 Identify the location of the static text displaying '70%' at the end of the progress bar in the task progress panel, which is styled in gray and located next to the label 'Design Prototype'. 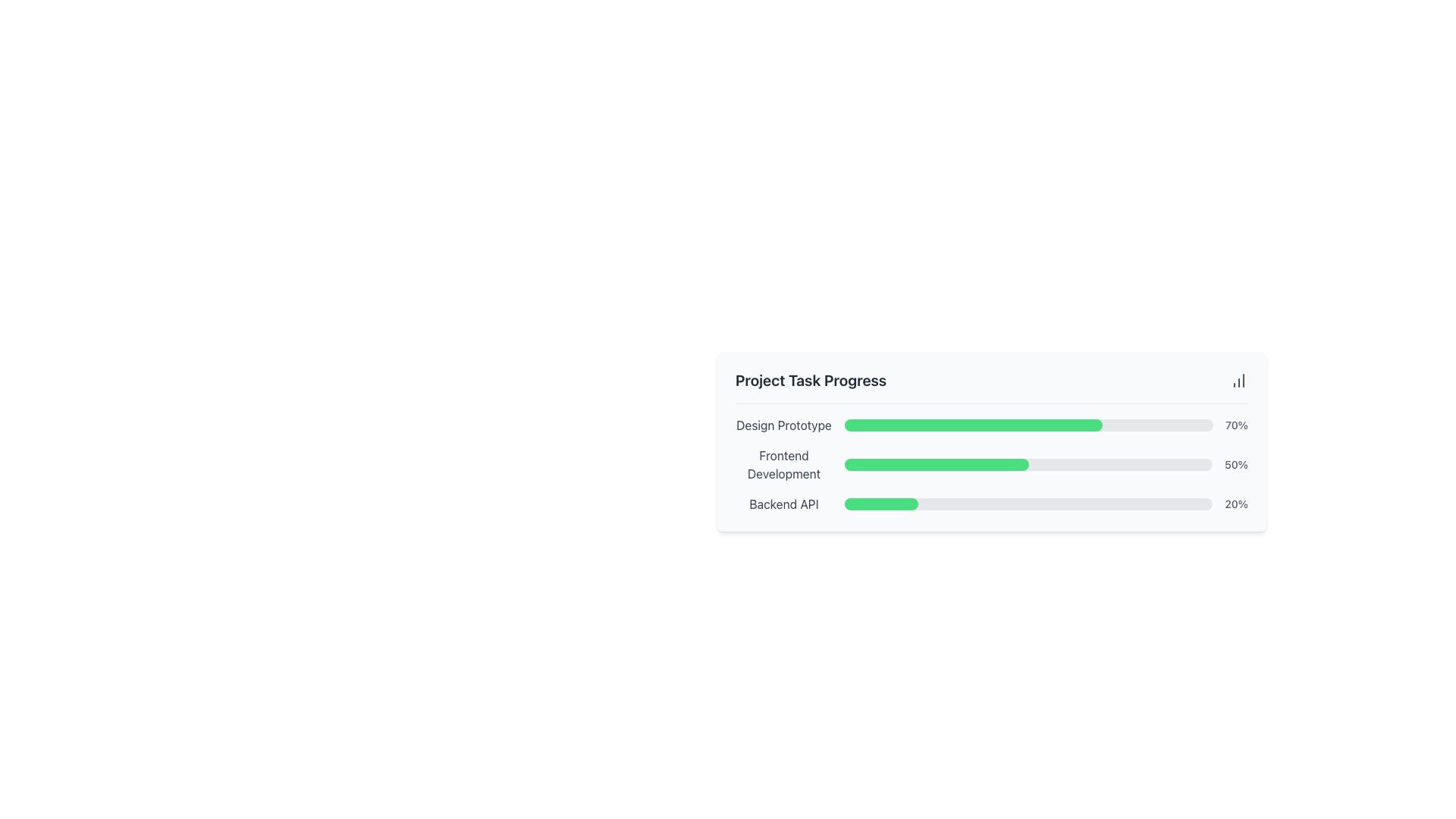
(1237, 425).